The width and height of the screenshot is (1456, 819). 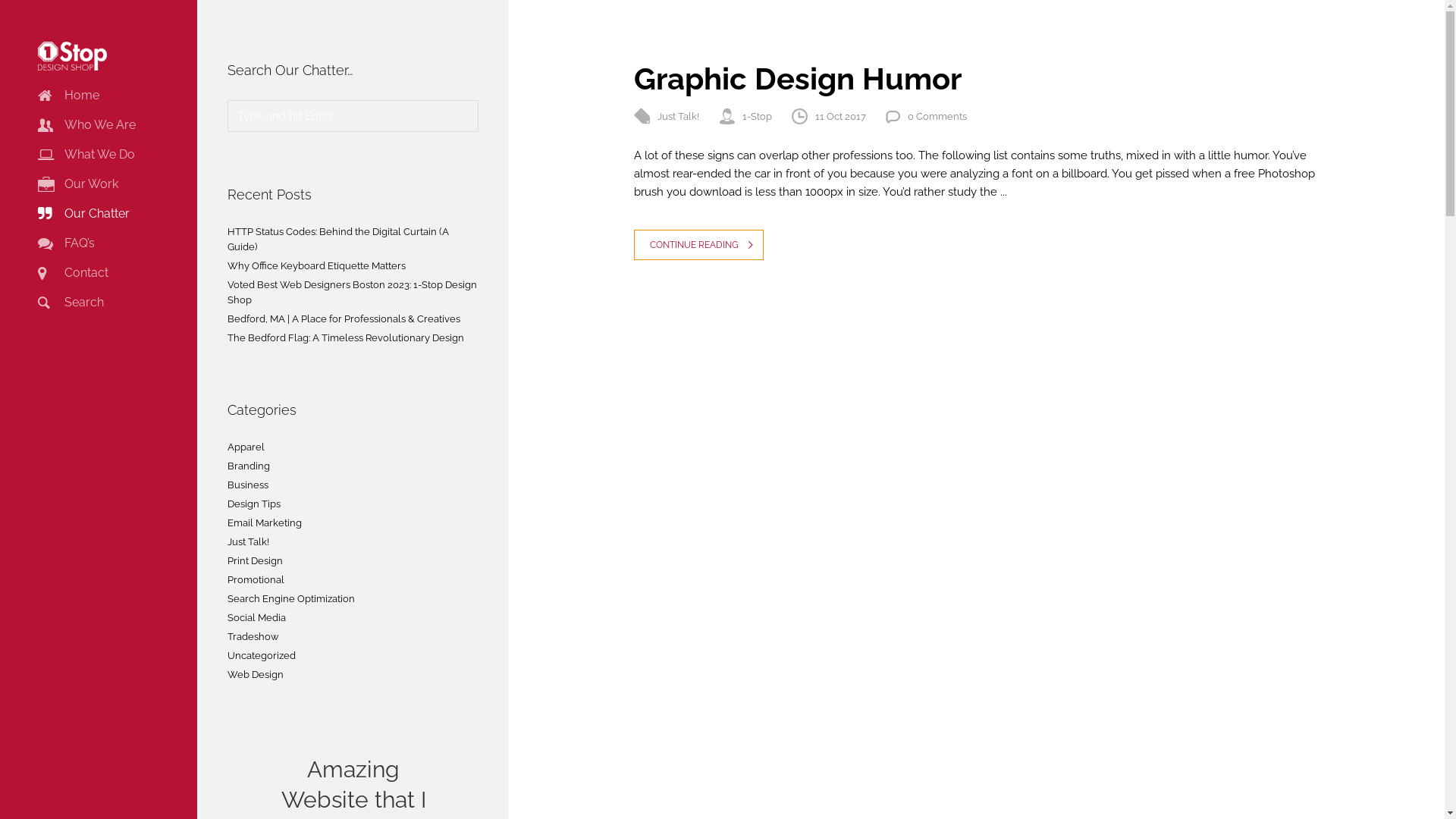 I want to click on '11 Oct 2017', so click(x=839, y=115).